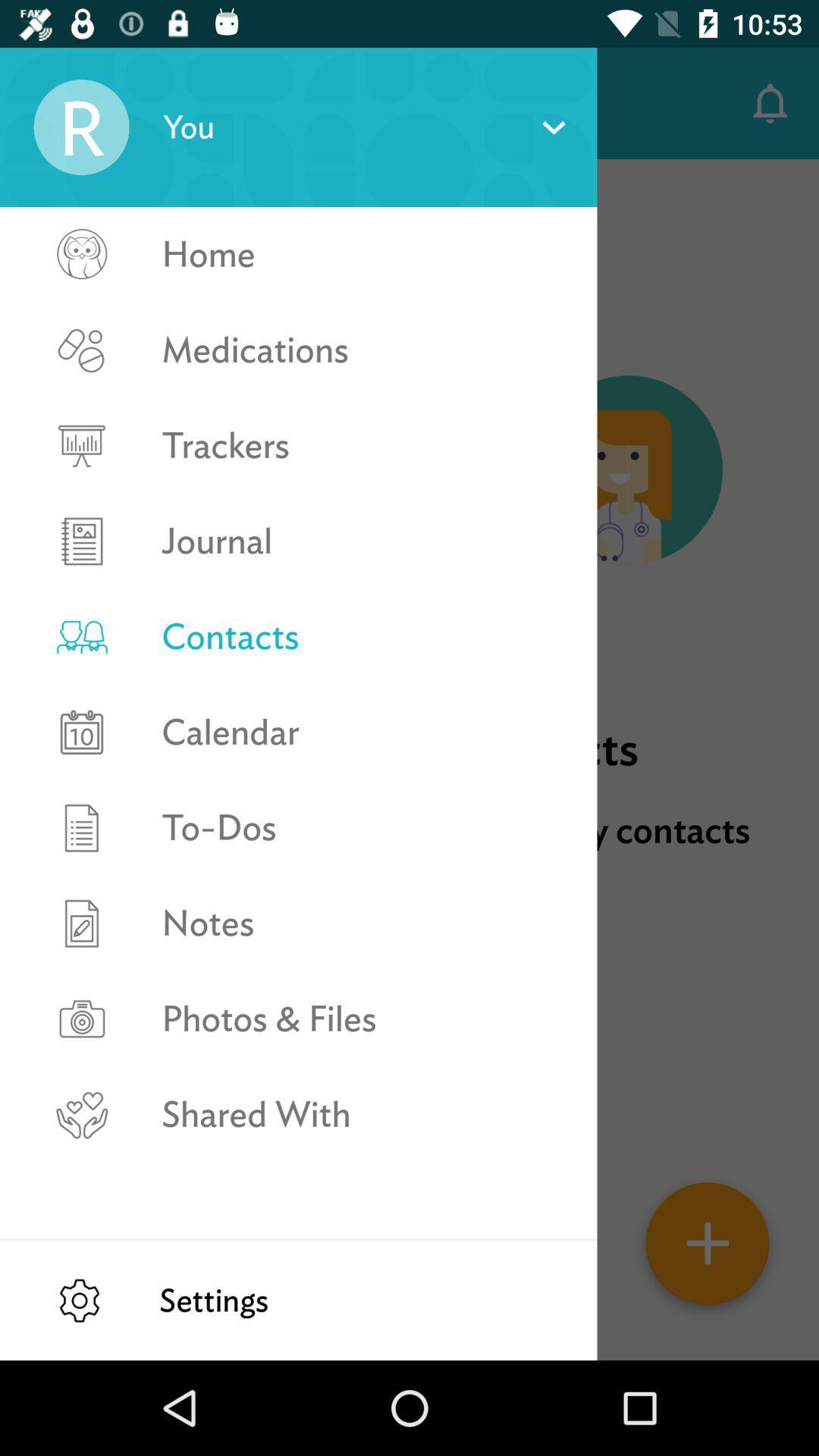  Describe the element at coordinates (81, 397) in the screenshot. I see `medications selection` at that location.